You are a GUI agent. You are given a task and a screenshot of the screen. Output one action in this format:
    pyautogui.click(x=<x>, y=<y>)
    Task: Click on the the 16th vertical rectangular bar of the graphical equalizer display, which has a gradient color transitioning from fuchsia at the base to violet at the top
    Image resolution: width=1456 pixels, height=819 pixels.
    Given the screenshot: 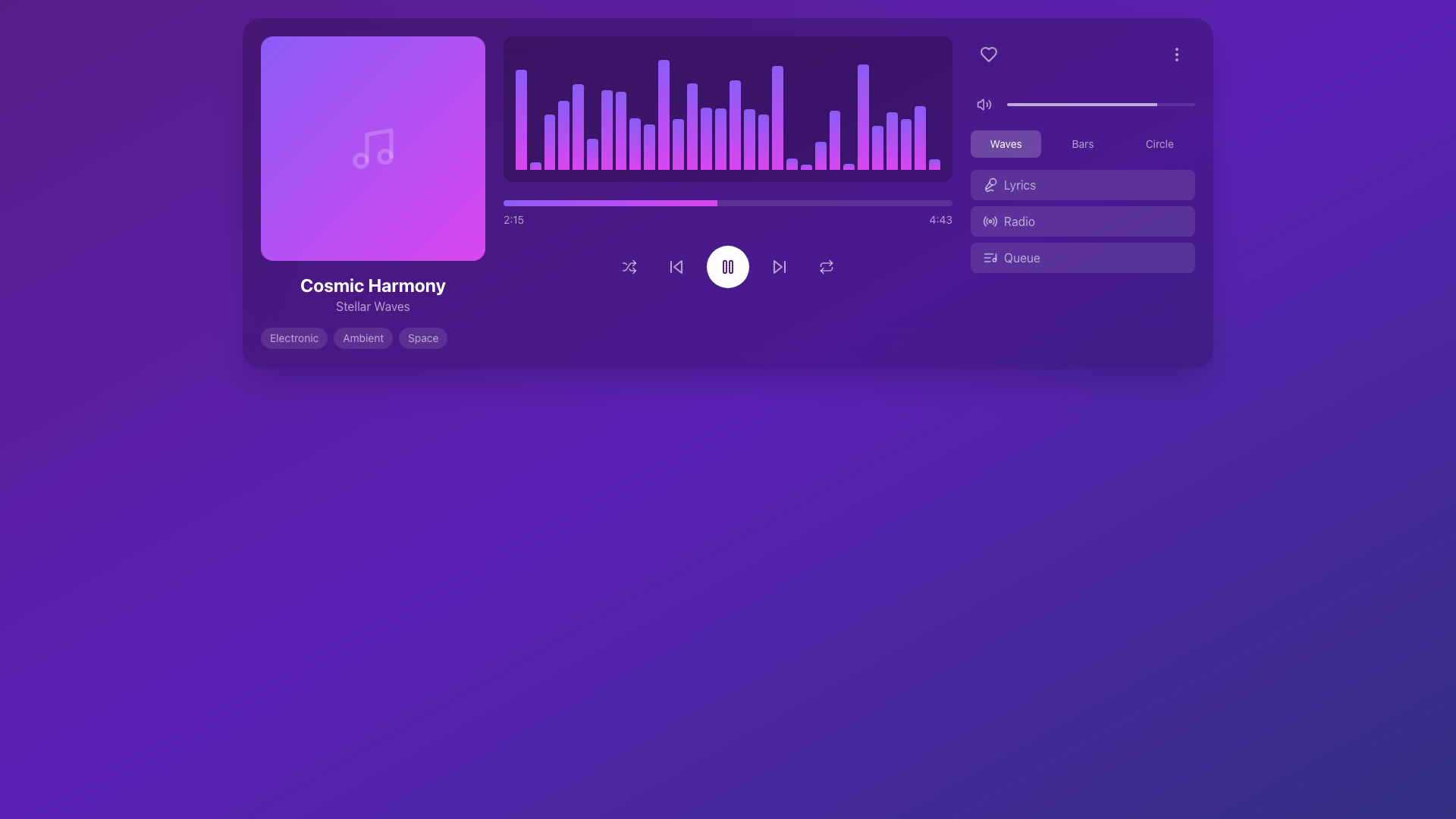 What is the action you would take?
    pyautogui.click(x=735, y=124)
    